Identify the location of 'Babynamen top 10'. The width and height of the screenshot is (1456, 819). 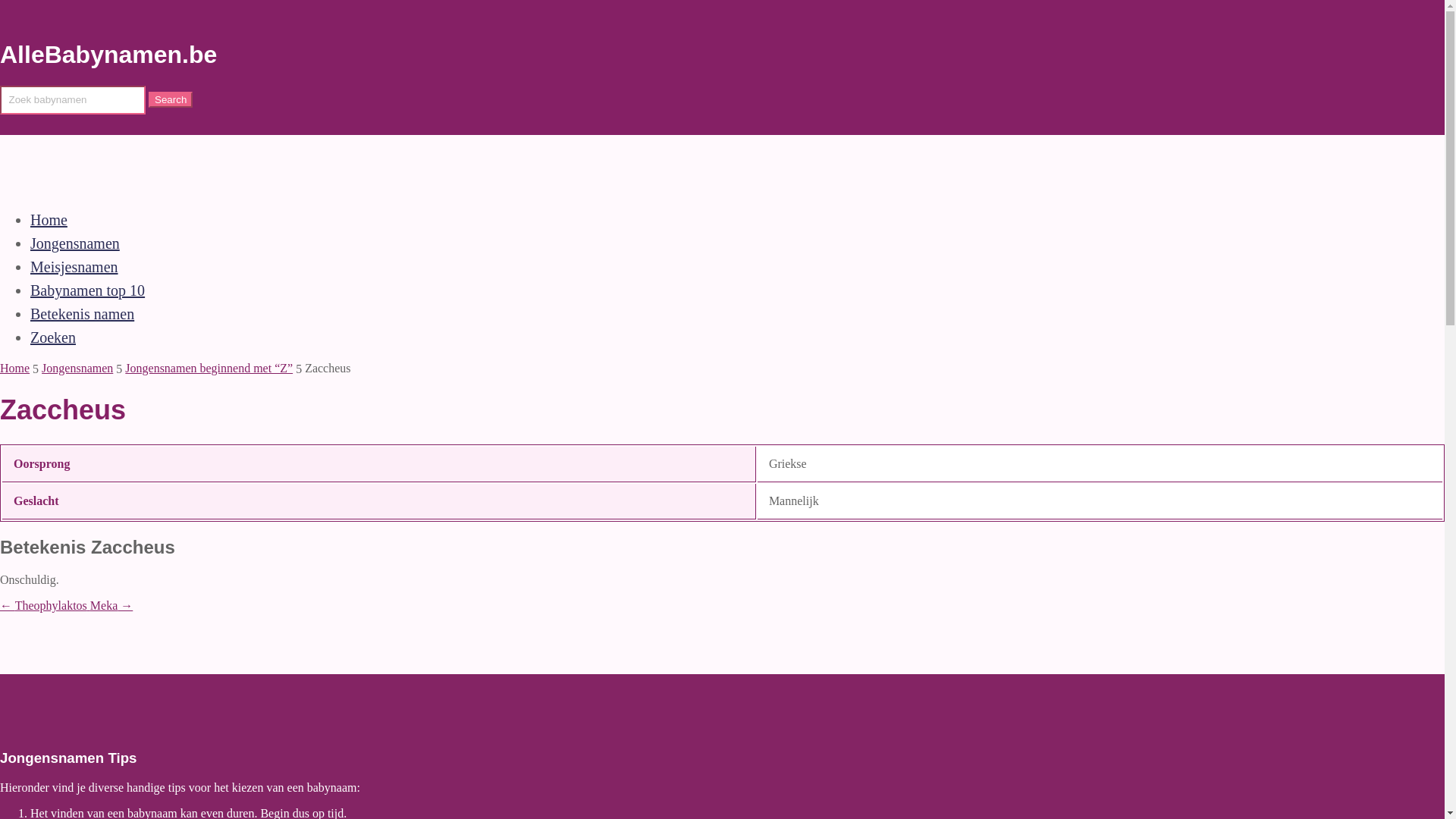
(86, 290).